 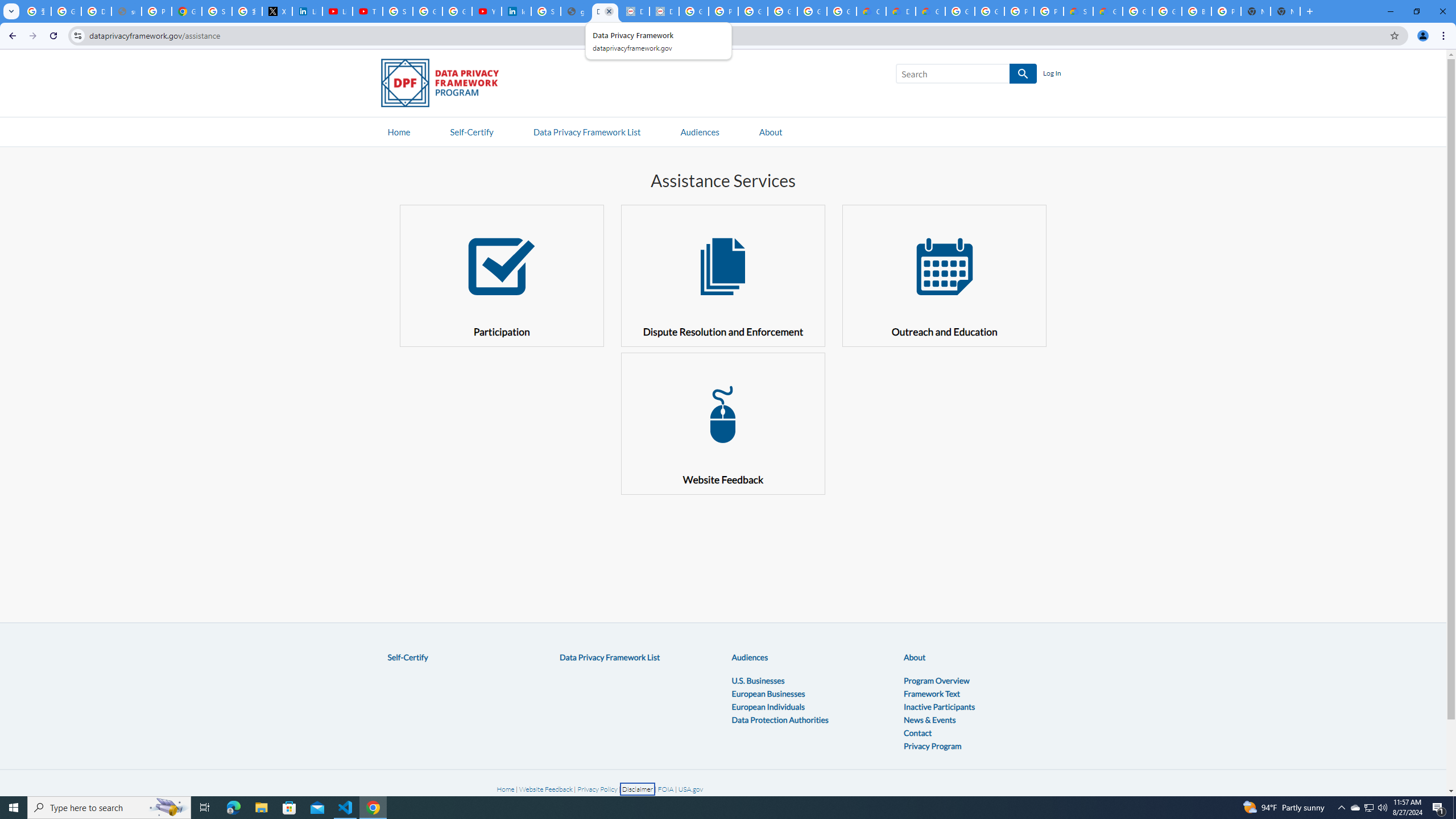 What do you see at coordinates (638, 788) in the screenshot?
I see `'Disclaimer'` at bounding box center [638, 788].